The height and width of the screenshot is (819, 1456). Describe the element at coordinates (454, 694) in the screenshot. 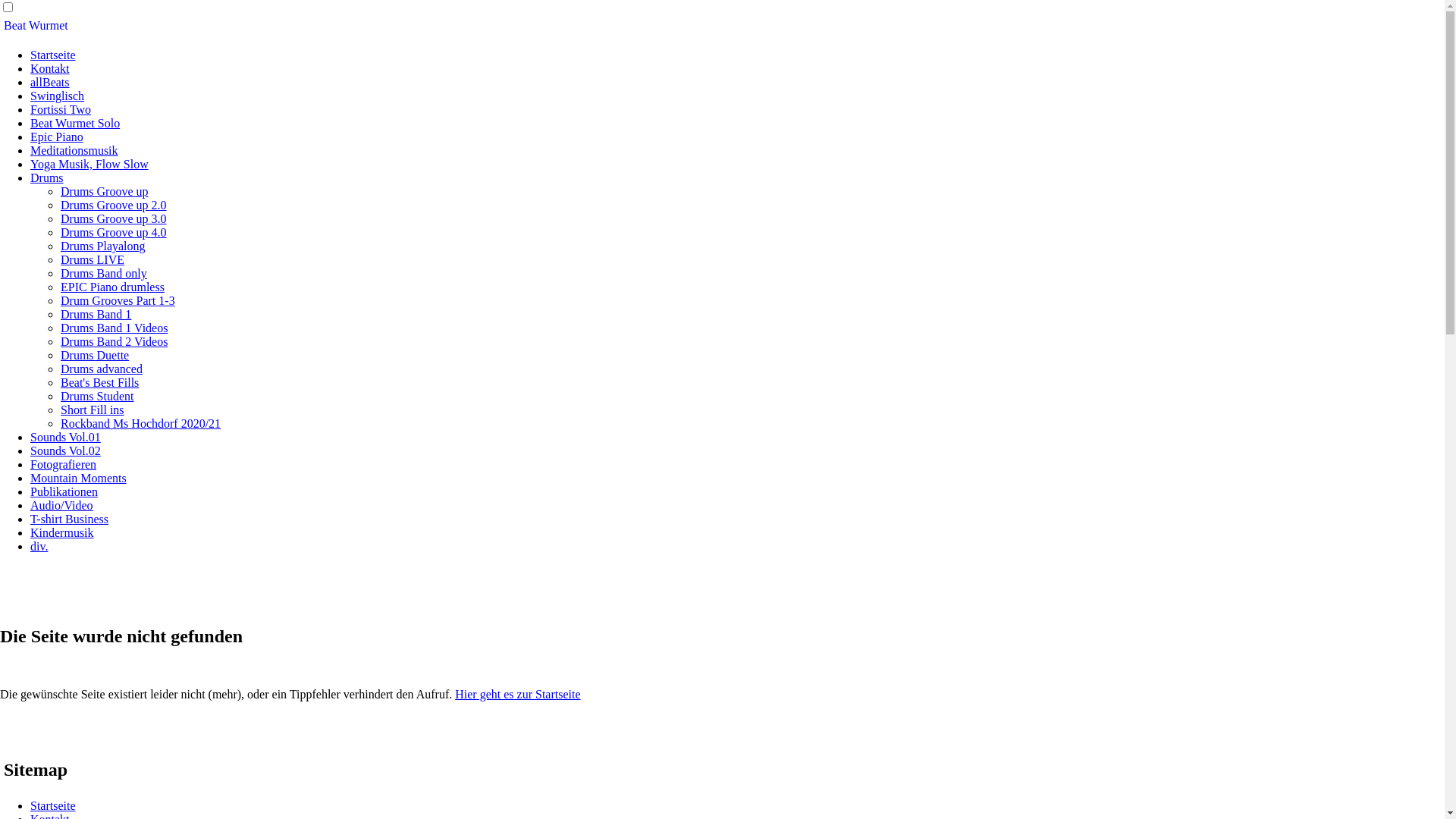

I see `'Hier geht es zur Startseite'` at that location.